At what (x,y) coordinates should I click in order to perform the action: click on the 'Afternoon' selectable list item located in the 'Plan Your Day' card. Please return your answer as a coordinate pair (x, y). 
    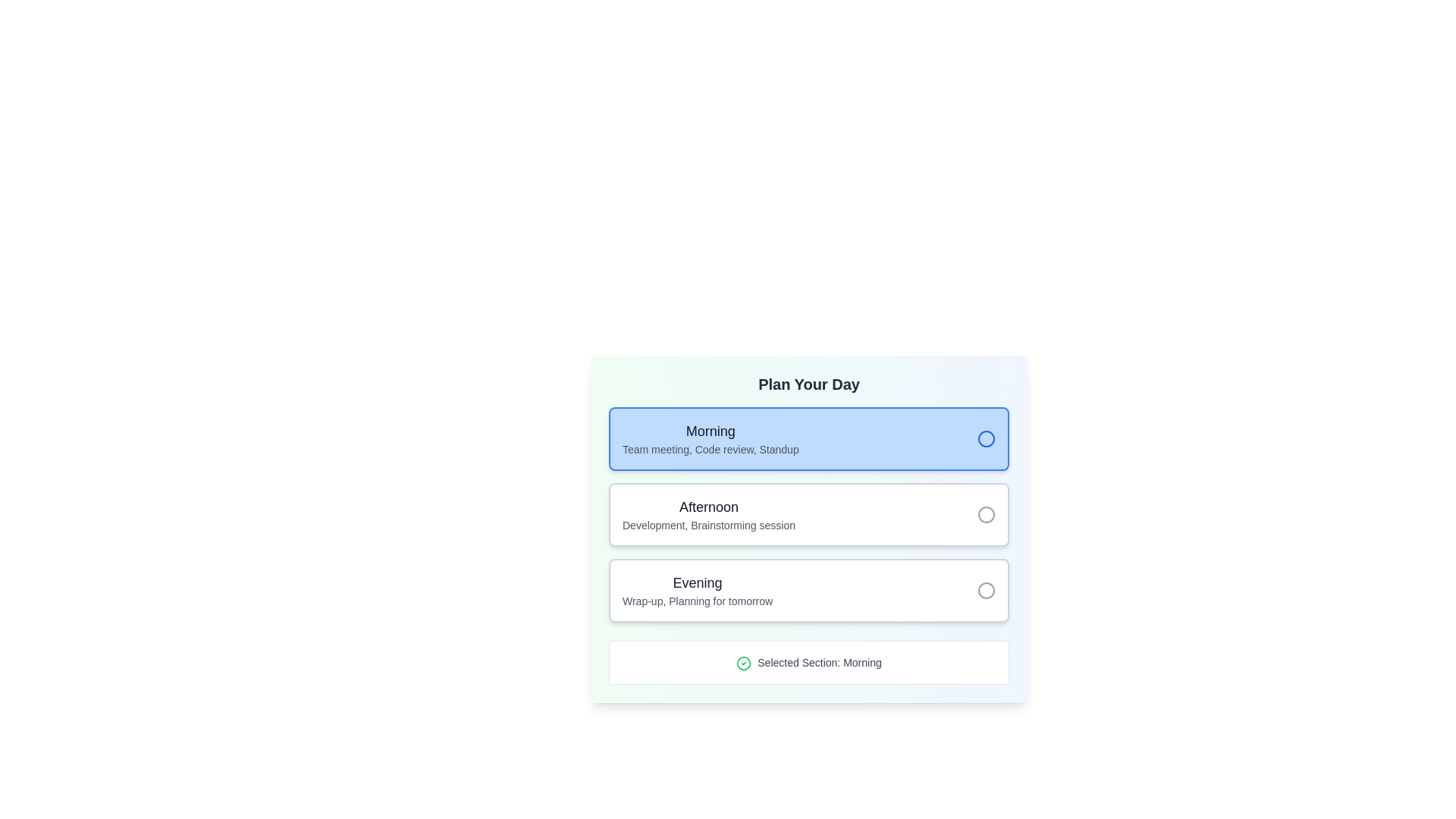
    Looking at the image, I should click on (808, 513).